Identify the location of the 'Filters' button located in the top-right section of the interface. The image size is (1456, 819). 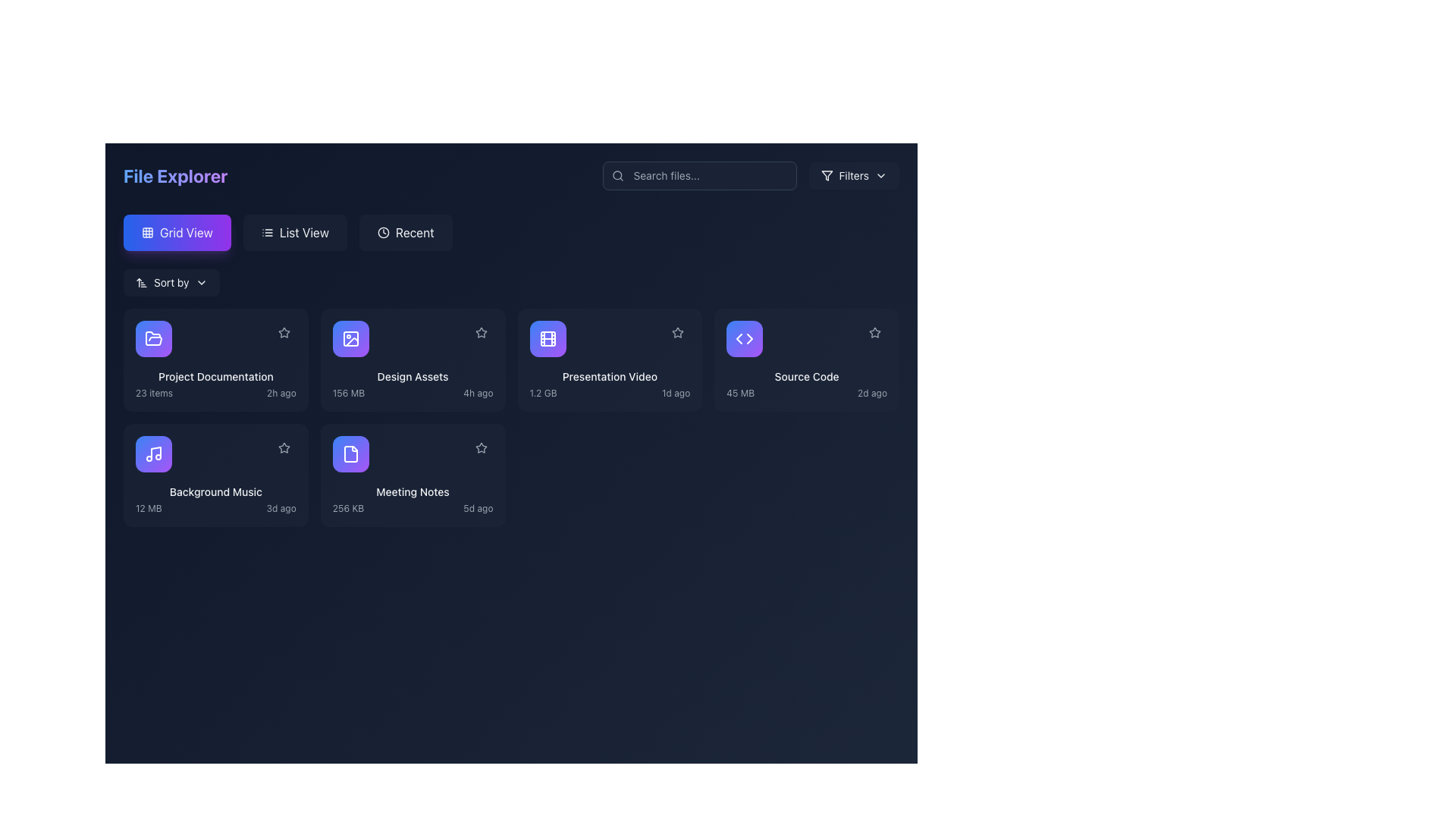
(825, 174).